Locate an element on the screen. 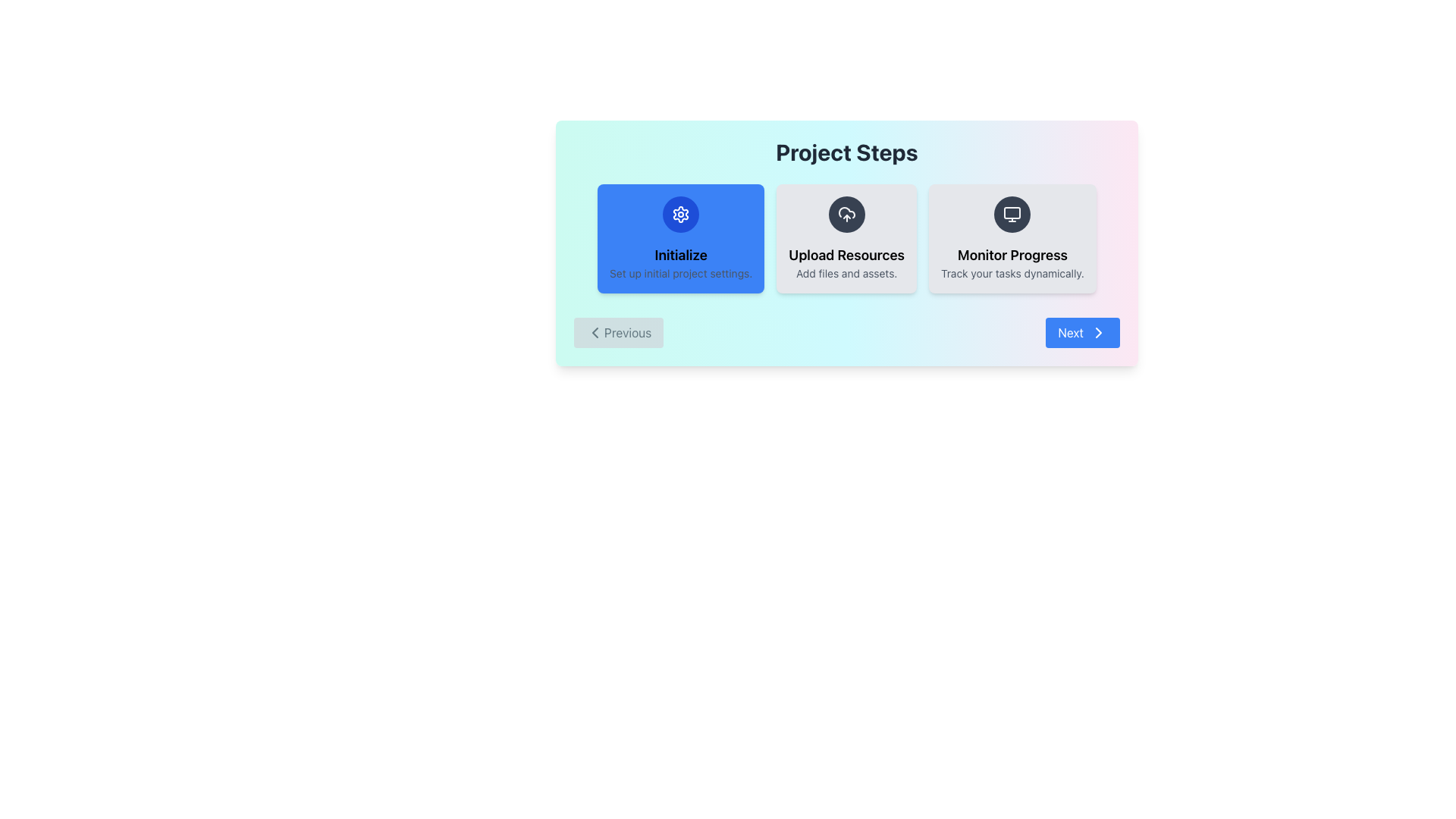 The width and height of the screenshot is (1456, 819). the Decorative icon resembling a cog or gear, which is located at the center of the leftmost box in the blue-highlighted 'Initialize' step is located at coordinates (680, 214).